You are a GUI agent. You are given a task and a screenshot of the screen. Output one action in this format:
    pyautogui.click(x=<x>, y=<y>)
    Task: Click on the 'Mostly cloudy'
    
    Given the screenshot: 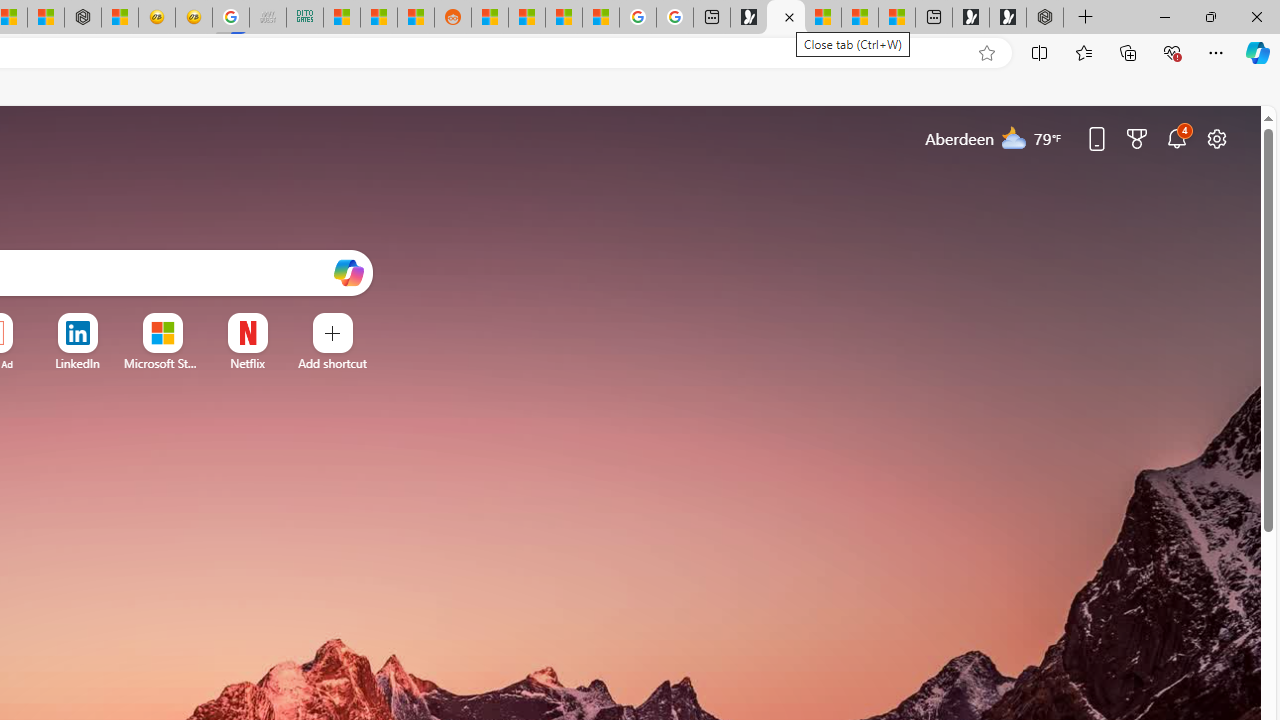 What is the action you would take?
    pyautogui.click(x=1014, y=136)
    